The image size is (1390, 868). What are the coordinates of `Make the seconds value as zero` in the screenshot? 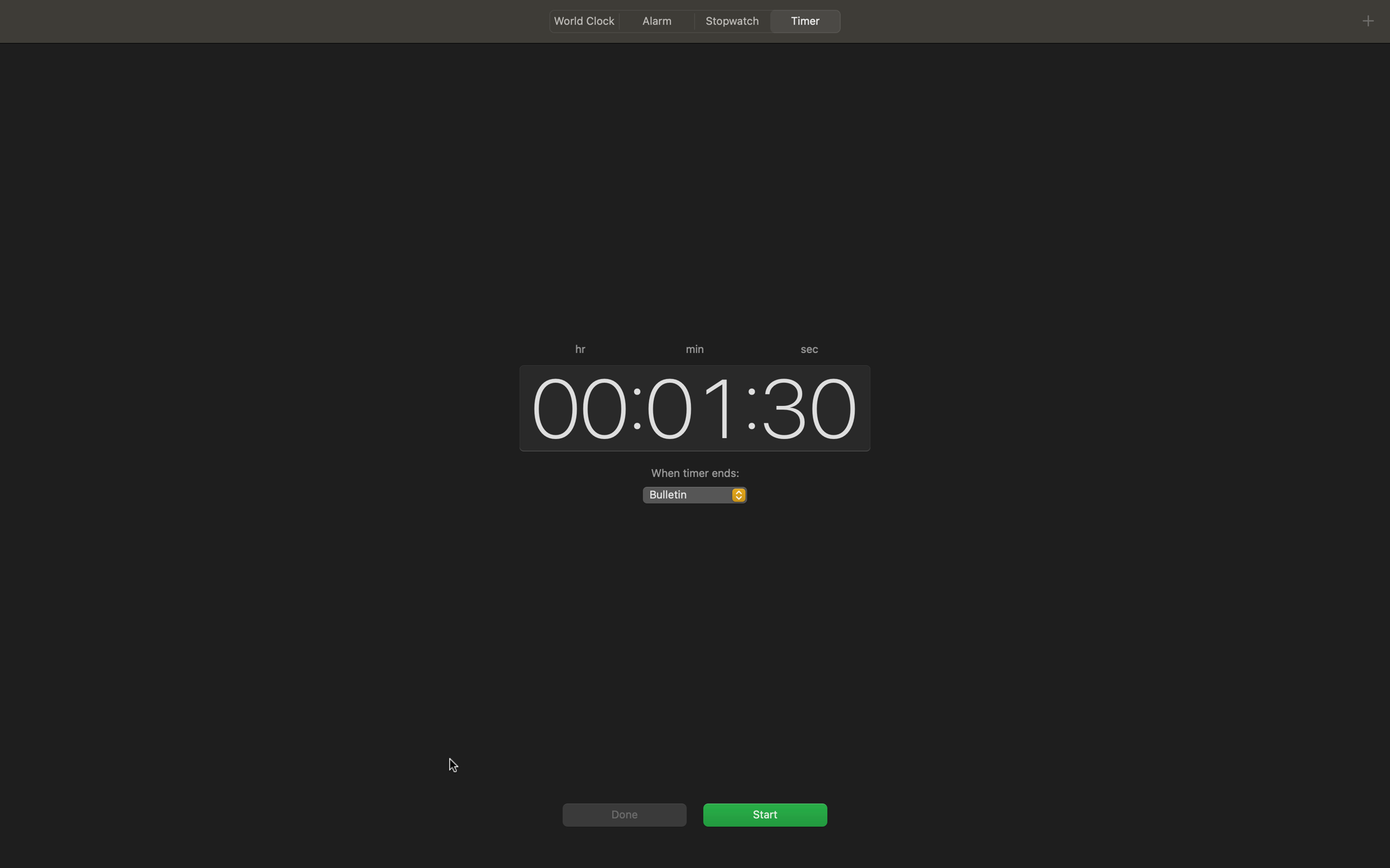 It's located at (810, 405).